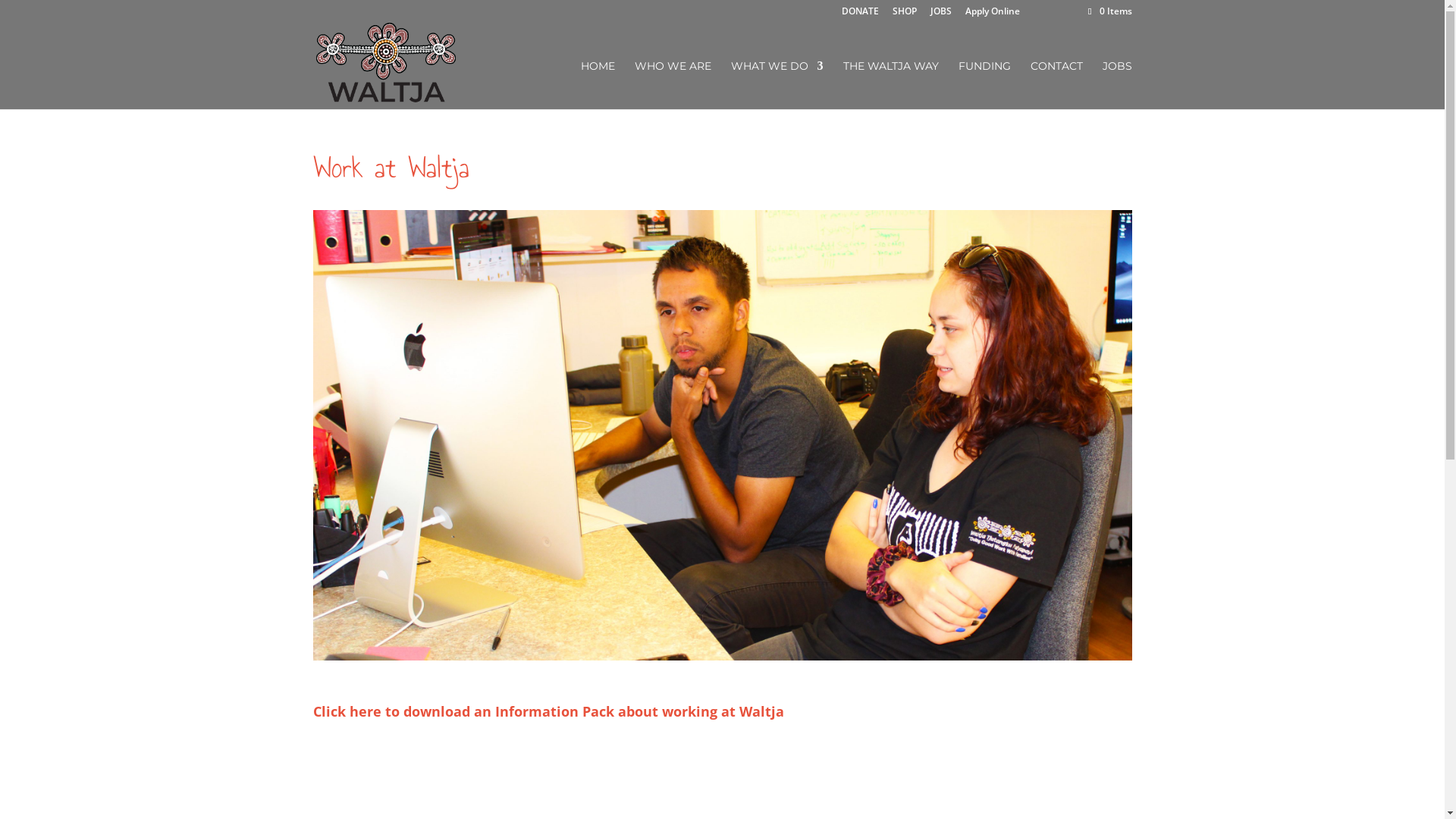  Describe the element at coordinates (671, 84) in the screenshot. I see `'WHO WE ARE'` at that location.